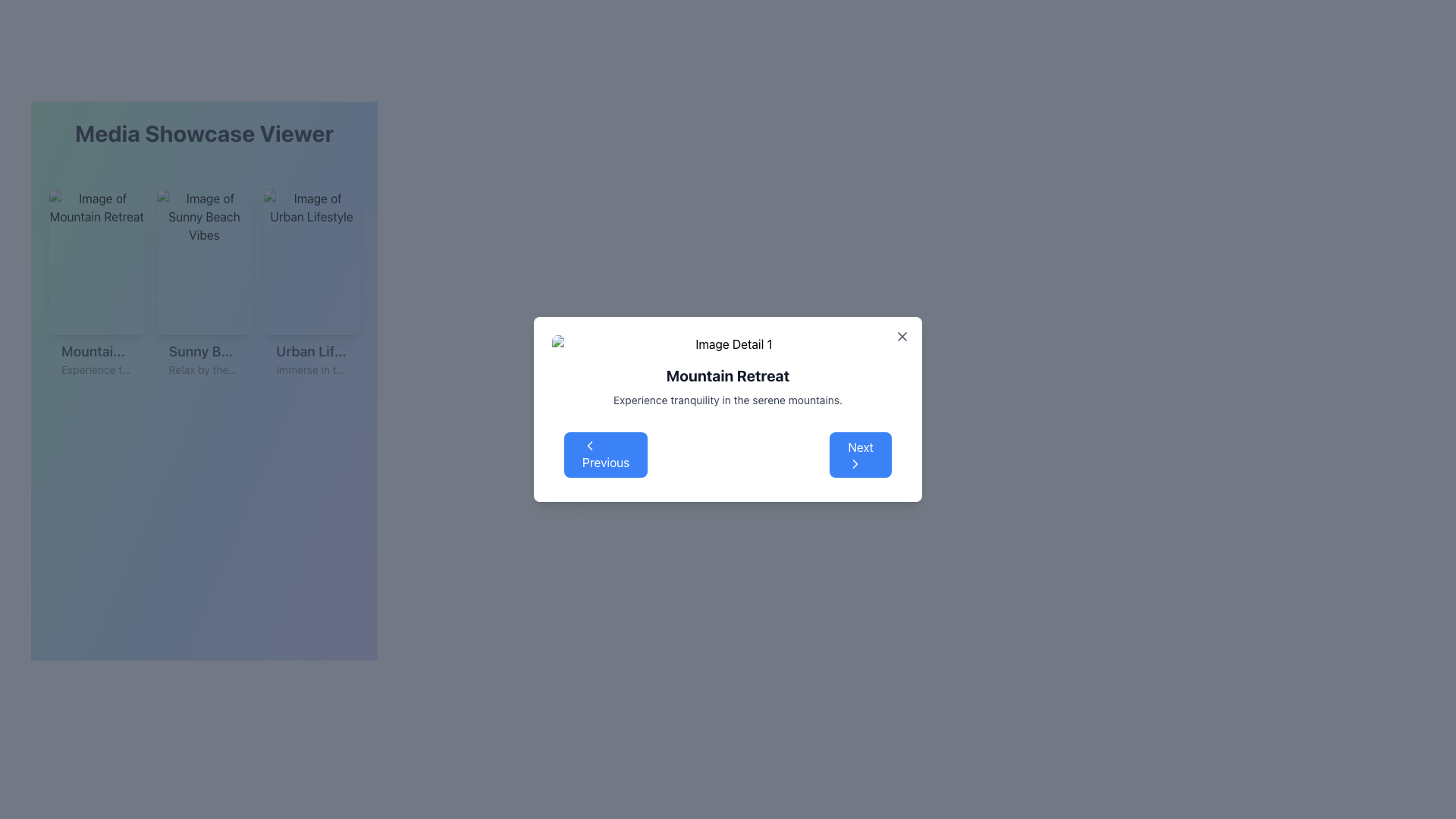 The image size is (1456, 819). I want to click on title text 'Media Showcase Viewer' located at the top of the page in a bold, larger font on a colorful gradient background, so click(203, 133).